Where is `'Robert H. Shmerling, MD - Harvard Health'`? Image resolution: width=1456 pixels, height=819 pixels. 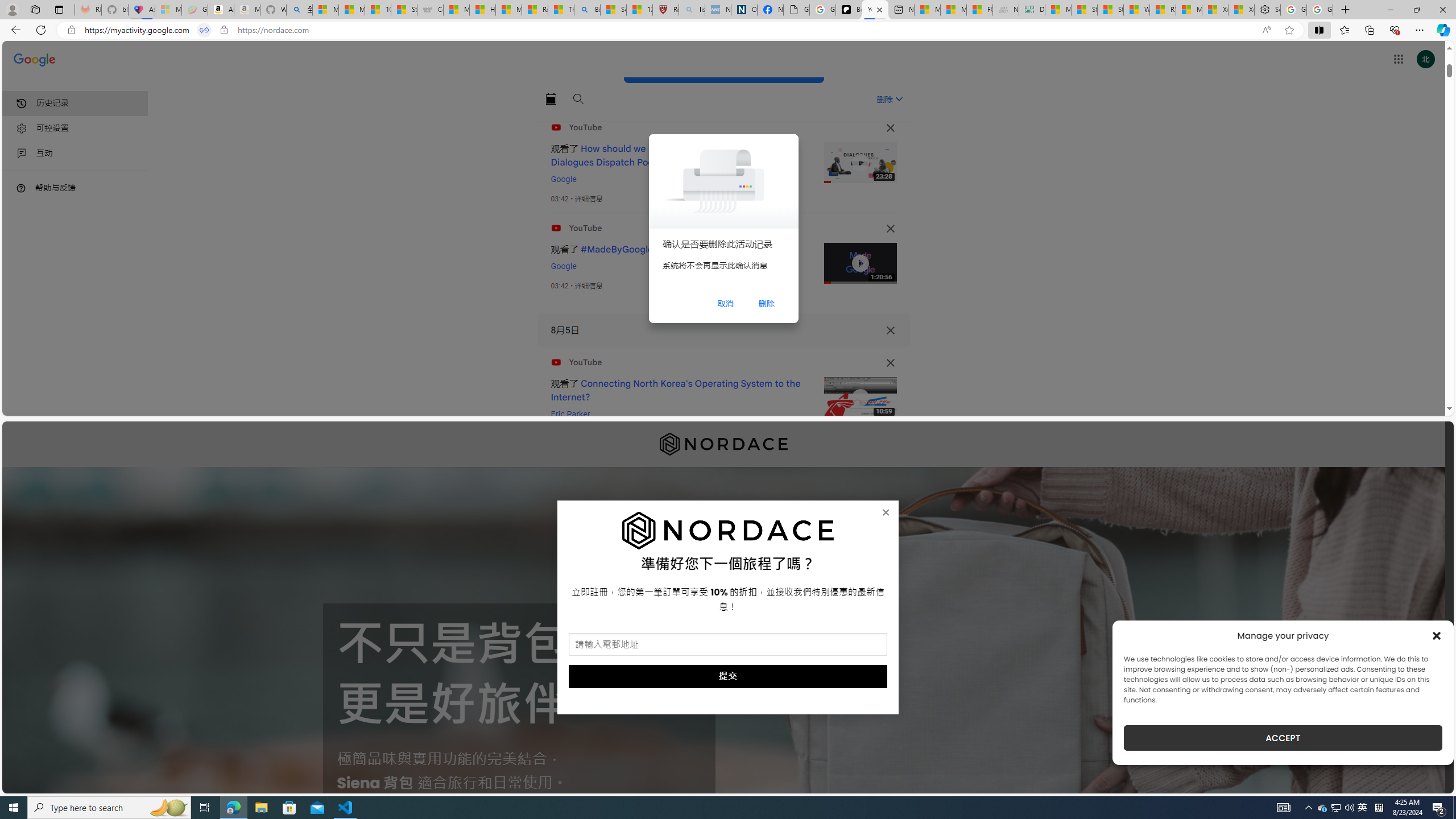
'Robert H. Shmerling, MD - Harvard Health' is located at coordinates (665, 9).